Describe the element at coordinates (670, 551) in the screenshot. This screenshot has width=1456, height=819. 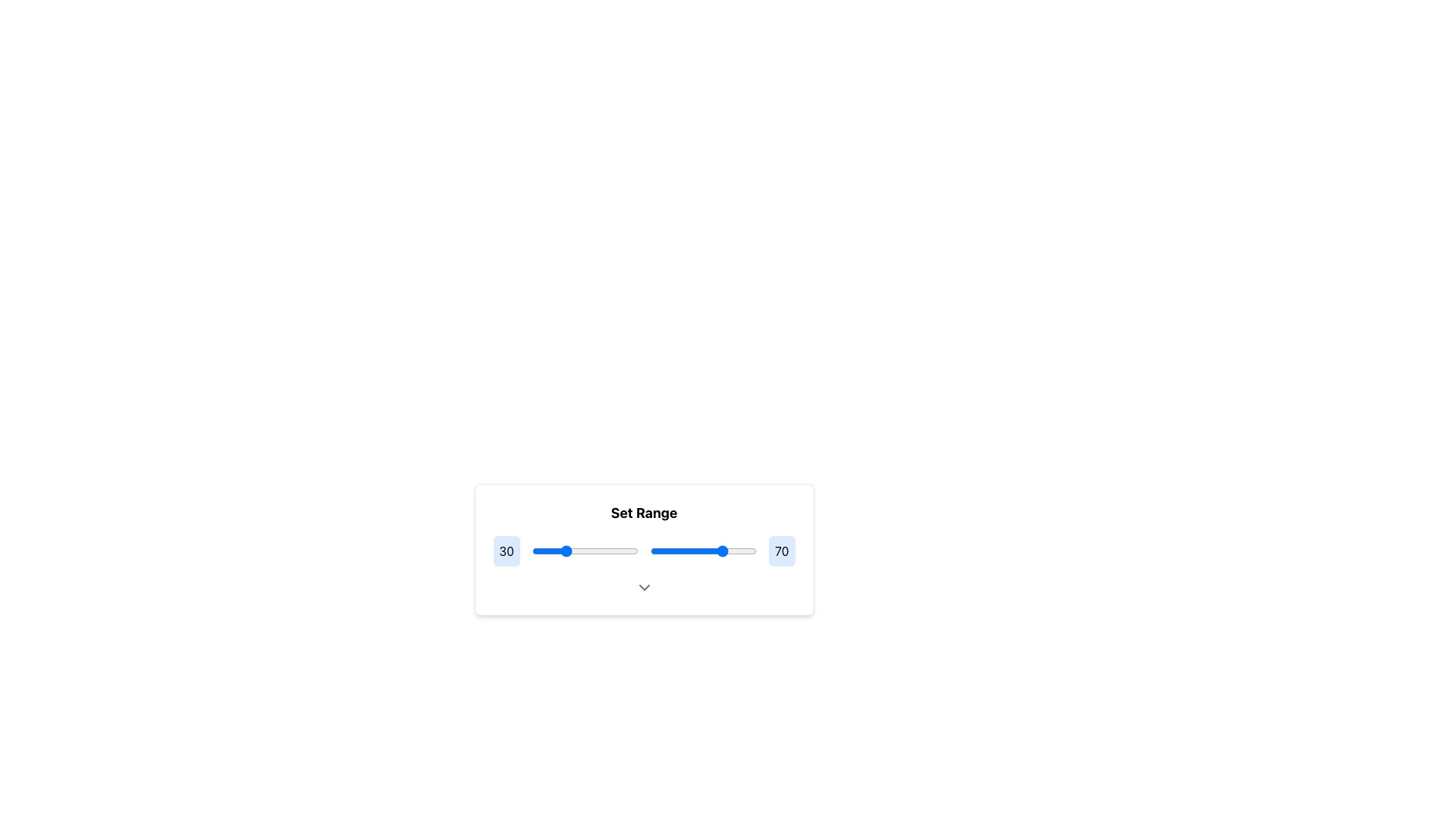
I see `the slider value` at that location.